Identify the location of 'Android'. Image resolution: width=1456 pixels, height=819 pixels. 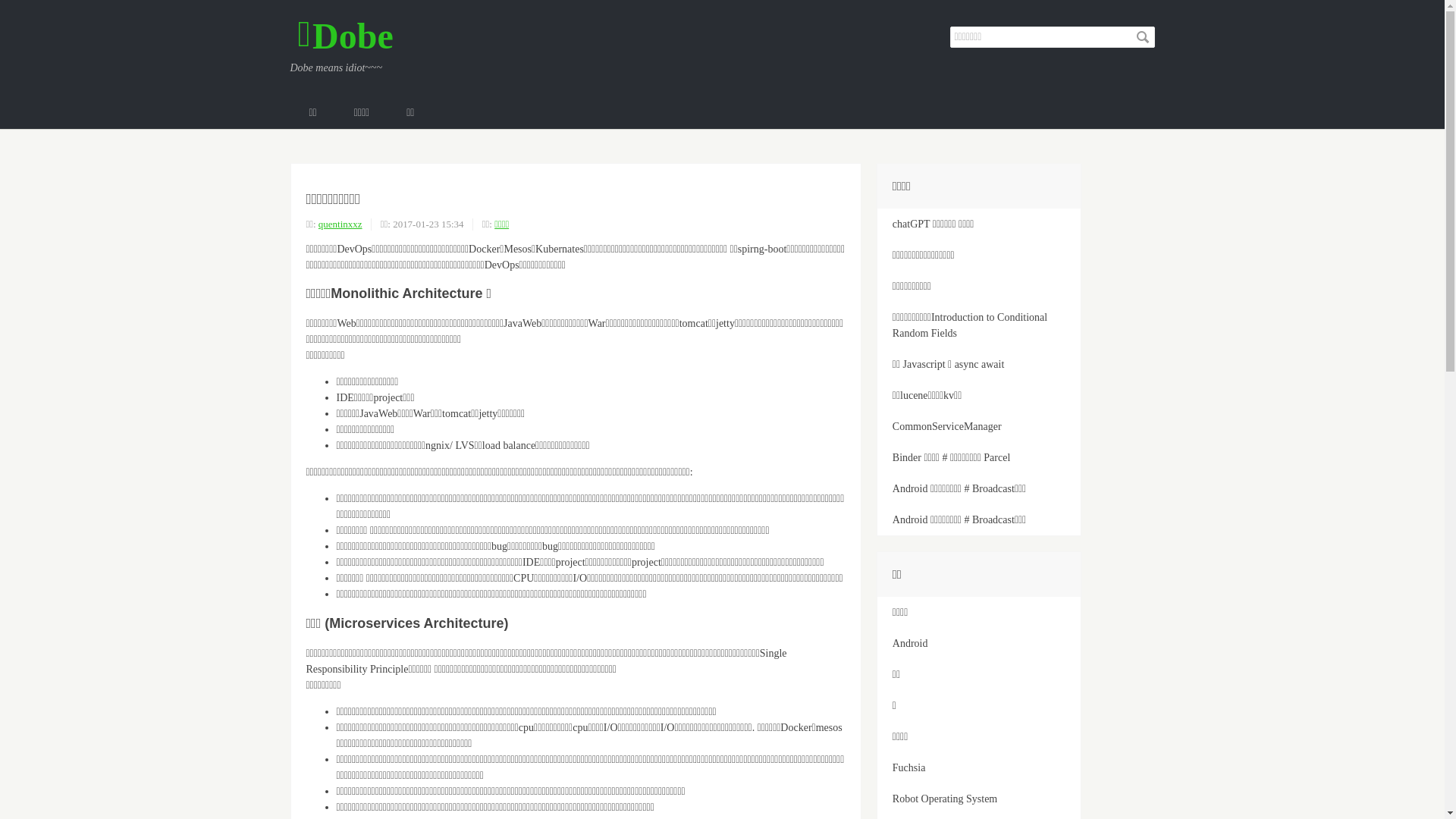
(877, 643).